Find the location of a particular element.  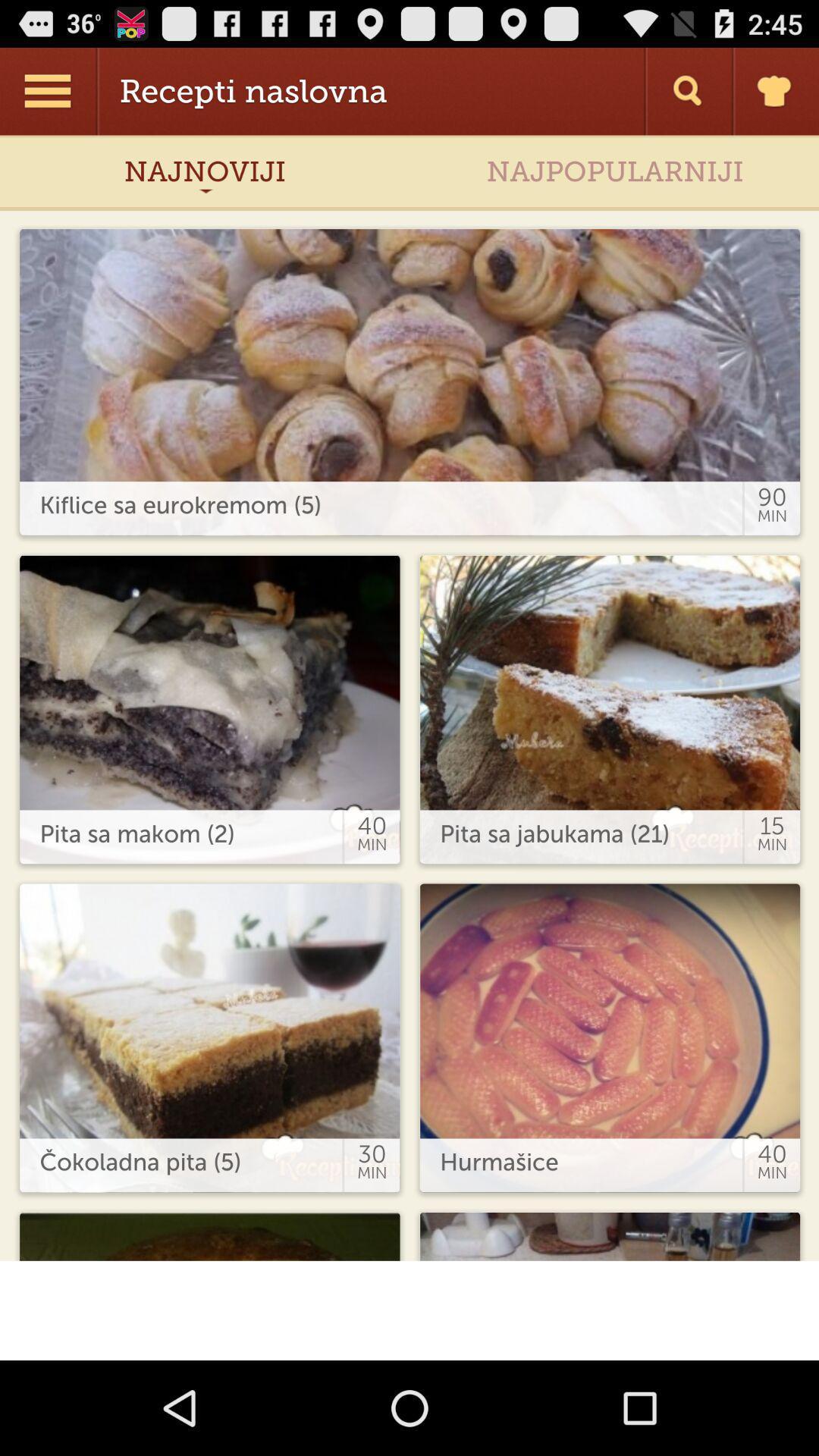

menu is located at coordinates (49, 90).